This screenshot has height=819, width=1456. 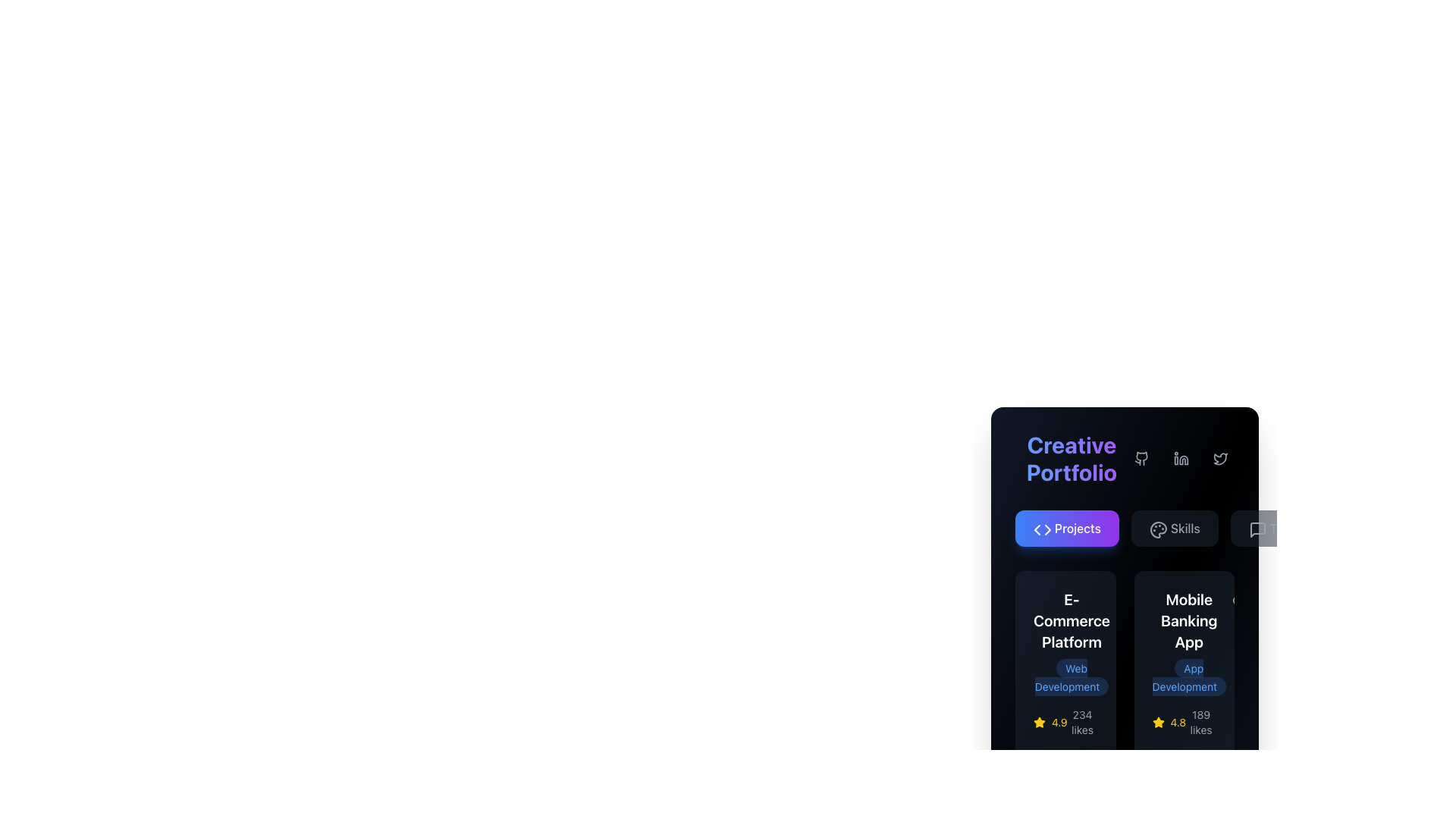 What do you see at coordinates (1181, 458) in the screenshot?
I see `the LinkedIn icon, which is a white outlined symbol on a dark background, positioned between GitHub and Twitter icons` at bounding box center [1181, 458].